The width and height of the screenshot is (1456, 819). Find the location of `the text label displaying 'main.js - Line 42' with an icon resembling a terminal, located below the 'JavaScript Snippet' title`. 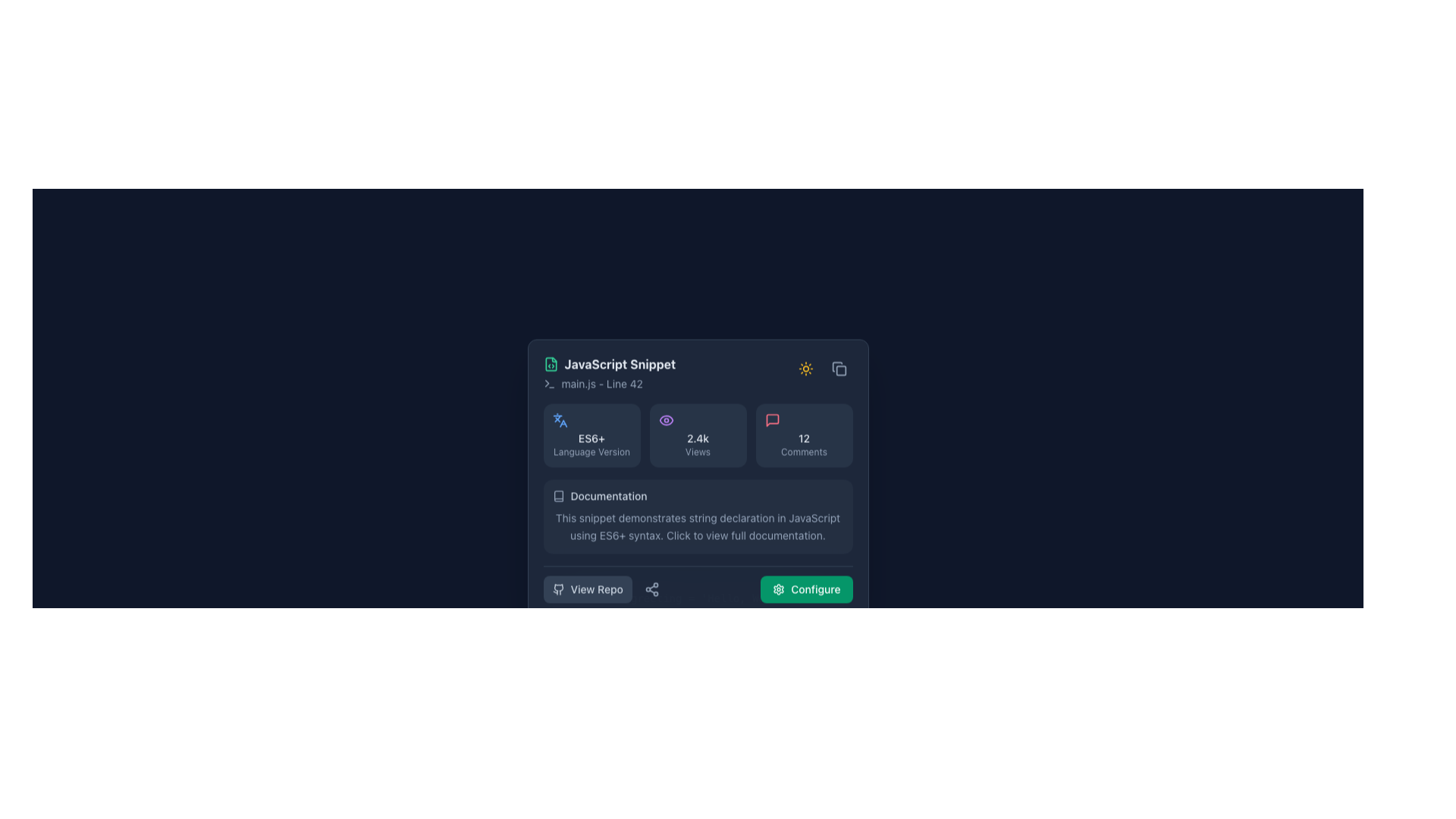

the text label displaying 'main.js - Line 42' with an icon resembling a terminal, located below the 'JavaScript Snippet' title is located at coordinates (609, 383).